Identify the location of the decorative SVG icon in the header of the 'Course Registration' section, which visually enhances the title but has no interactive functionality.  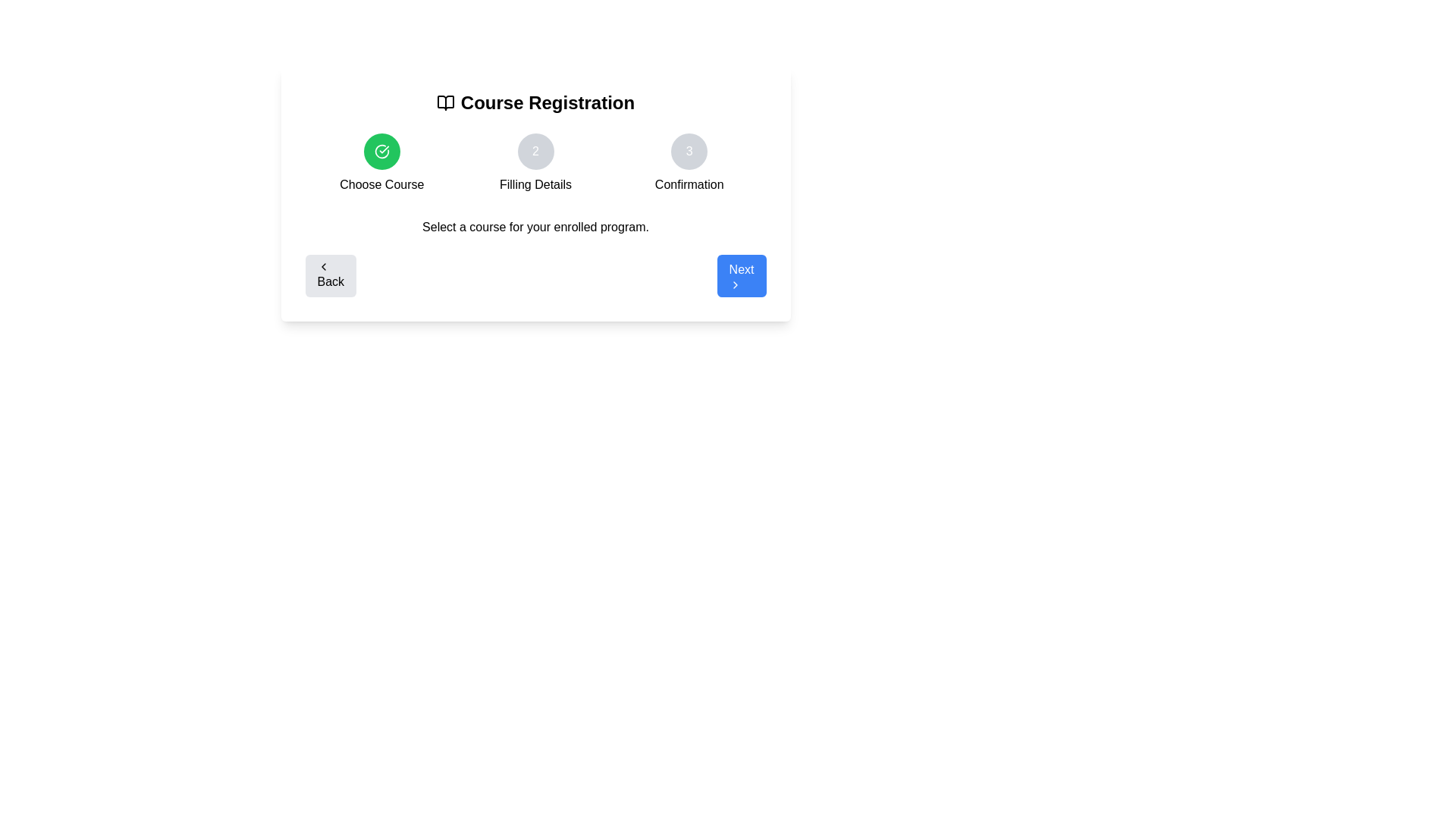
(444, 102).